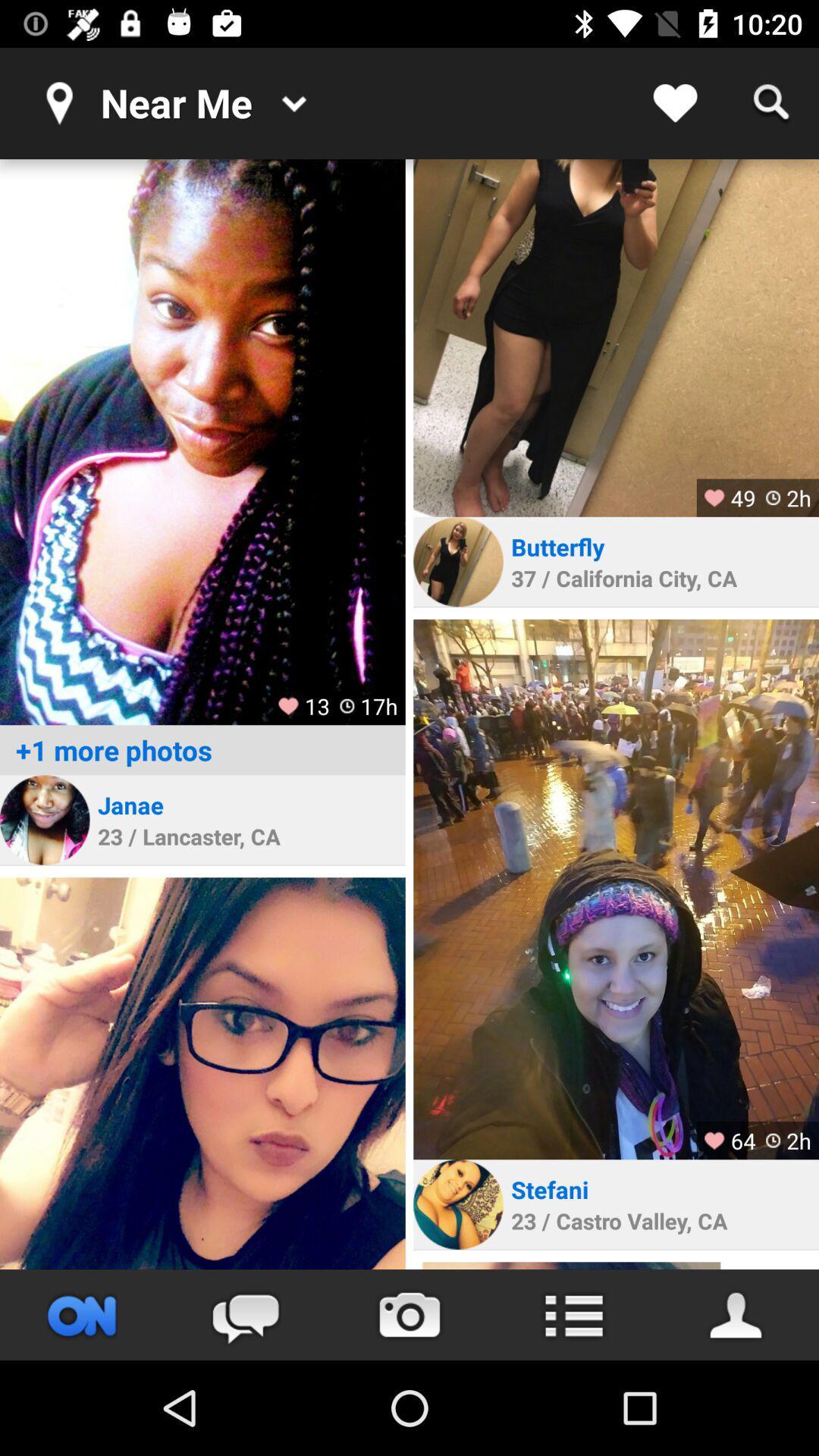  Describe the element at coordinates (245, 1314) in the screenshot. I see `leave a comment` at that location.